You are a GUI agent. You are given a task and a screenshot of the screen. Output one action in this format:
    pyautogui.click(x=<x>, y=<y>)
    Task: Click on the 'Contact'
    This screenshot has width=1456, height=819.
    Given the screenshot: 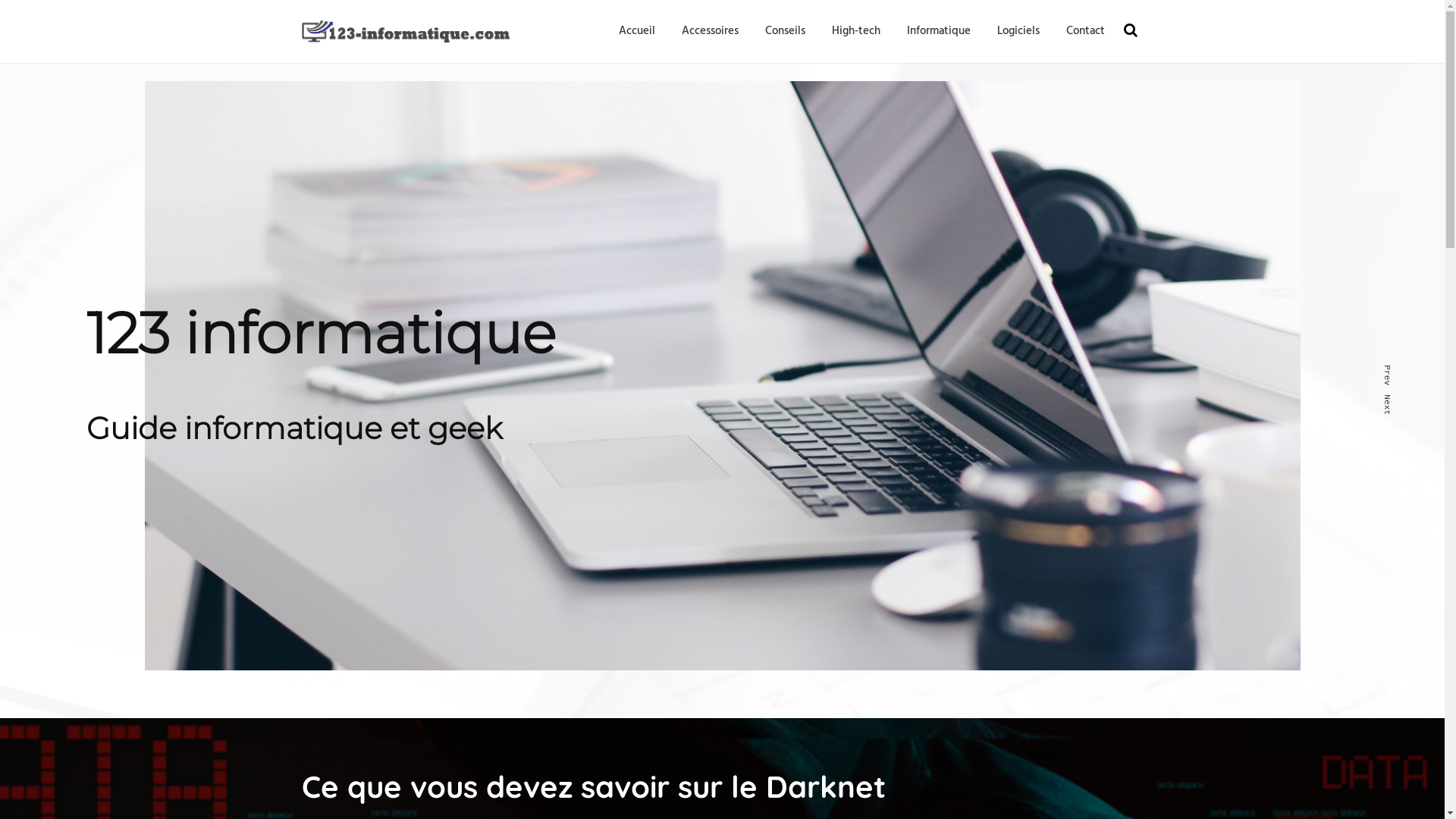 What is the action you would take?
    pyautogui.click(x=1084, y=31)
    